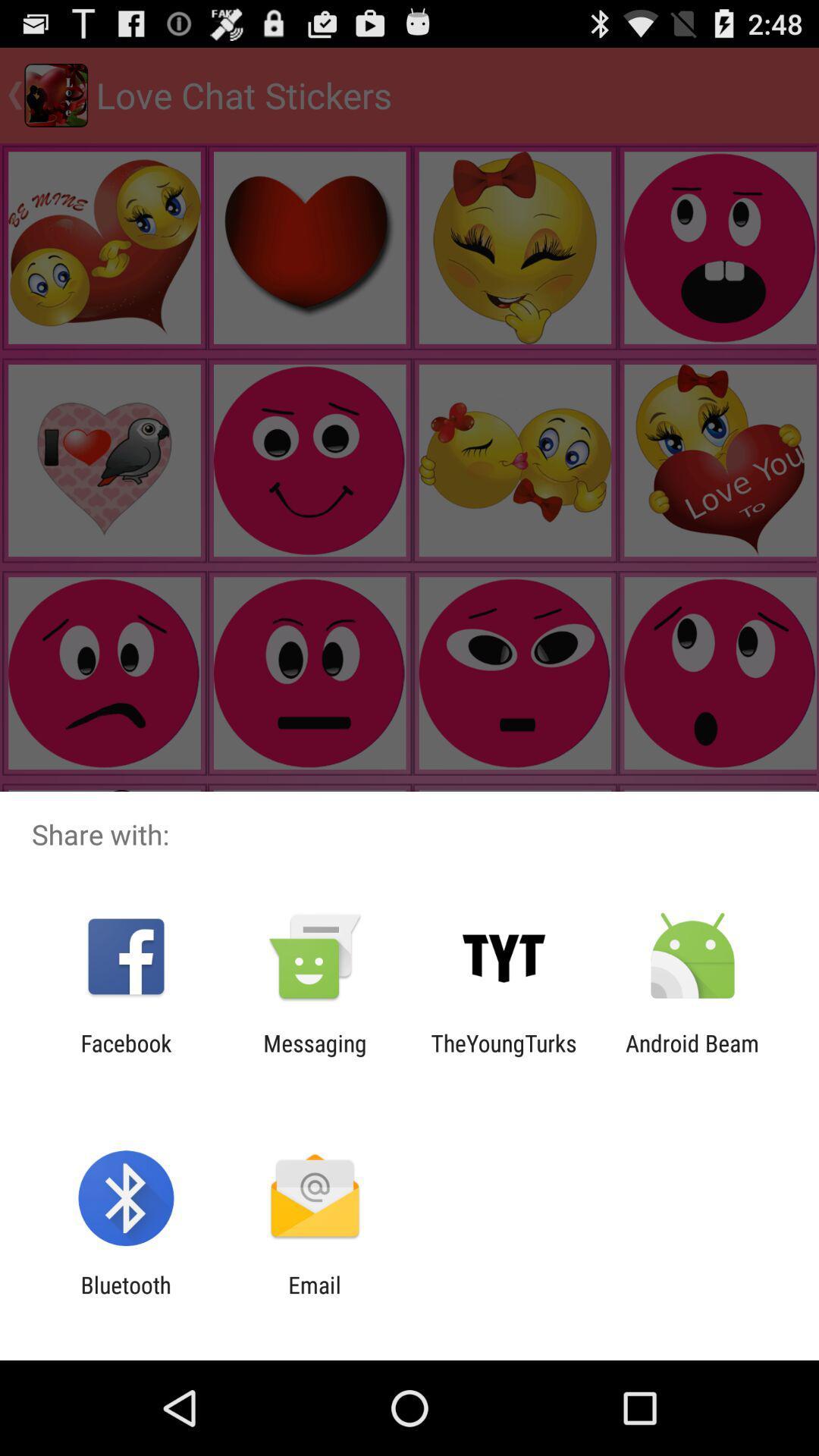  What do you see at coordinates (125, 1298) in the screenshot?
I see `the bluetooth icon` at bounding box center [125, 1298].